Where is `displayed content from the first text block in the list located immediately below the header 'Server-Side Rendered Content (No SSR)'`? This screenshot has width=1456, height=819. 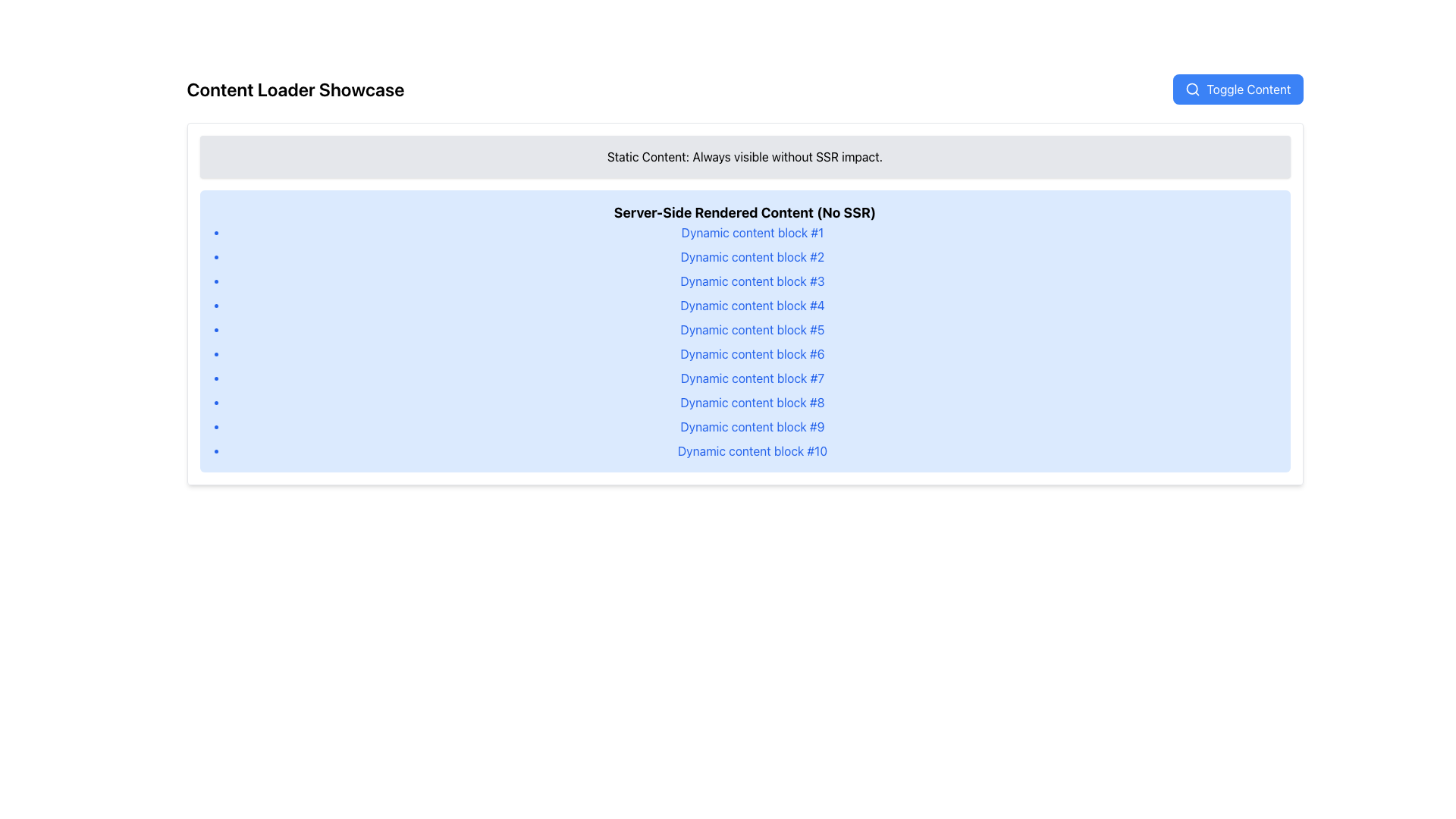 displayed content from the first text block in the list located immediately below the header 'Server-Side Rendered Content (No SSR)' is located at coordinates (752, 233).